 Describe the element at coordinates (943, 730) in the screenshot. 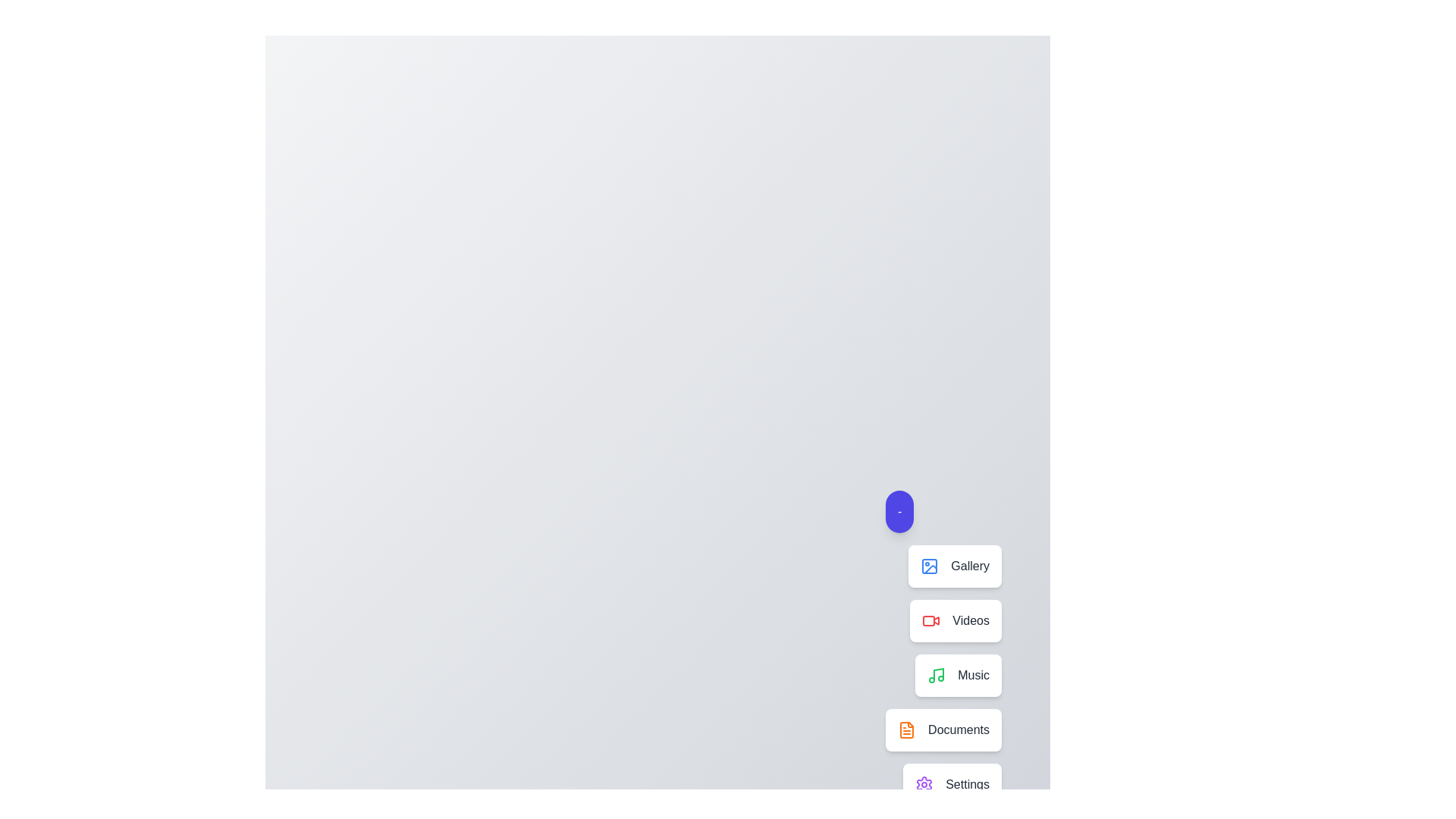

I see `the menu item labeled 'Documents' to observe its hover animation` at that location.